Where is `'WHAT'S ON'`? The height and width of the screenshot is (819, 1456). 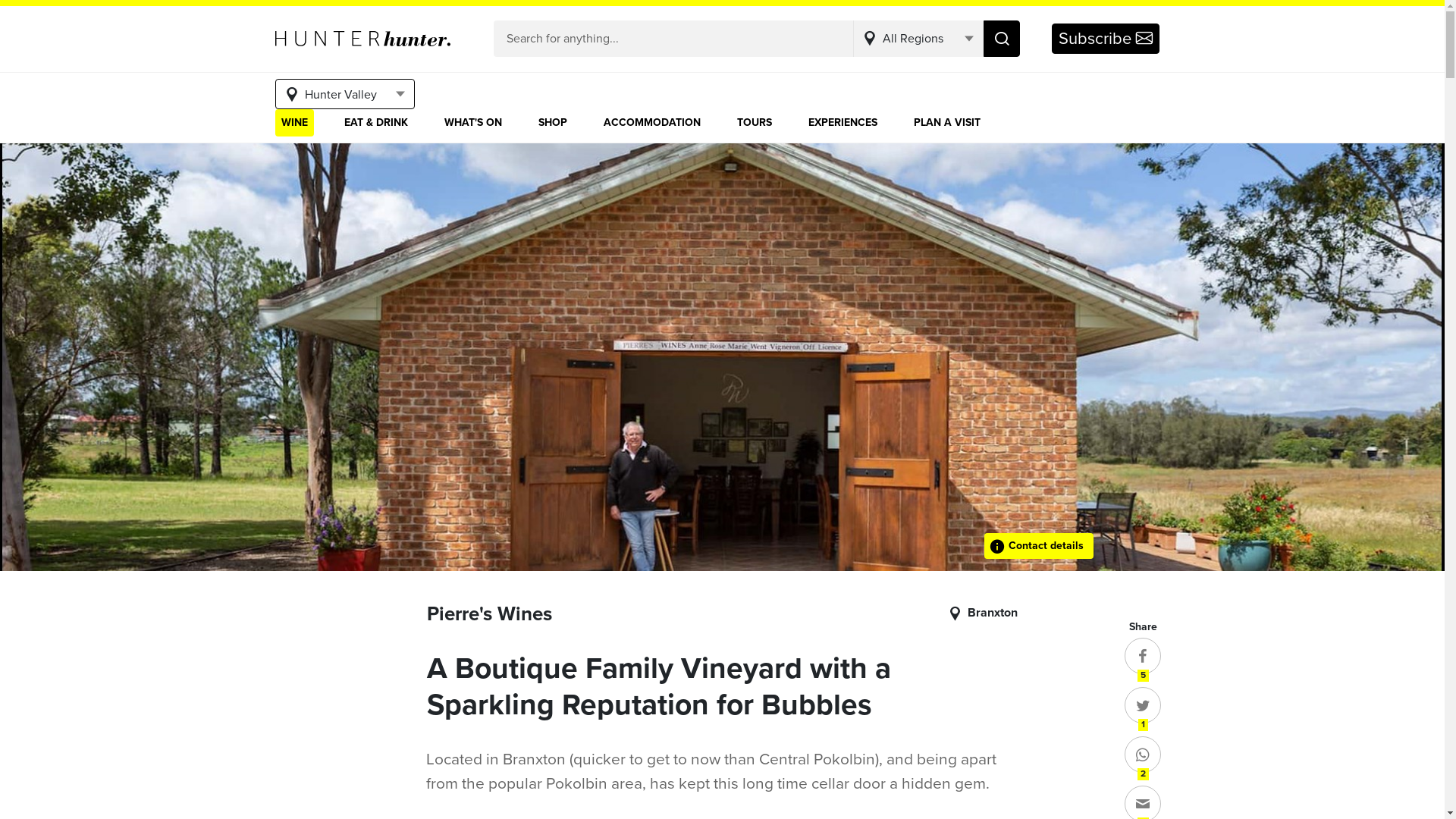
'WHAT'S ON' is located at coordinates (472, 122).